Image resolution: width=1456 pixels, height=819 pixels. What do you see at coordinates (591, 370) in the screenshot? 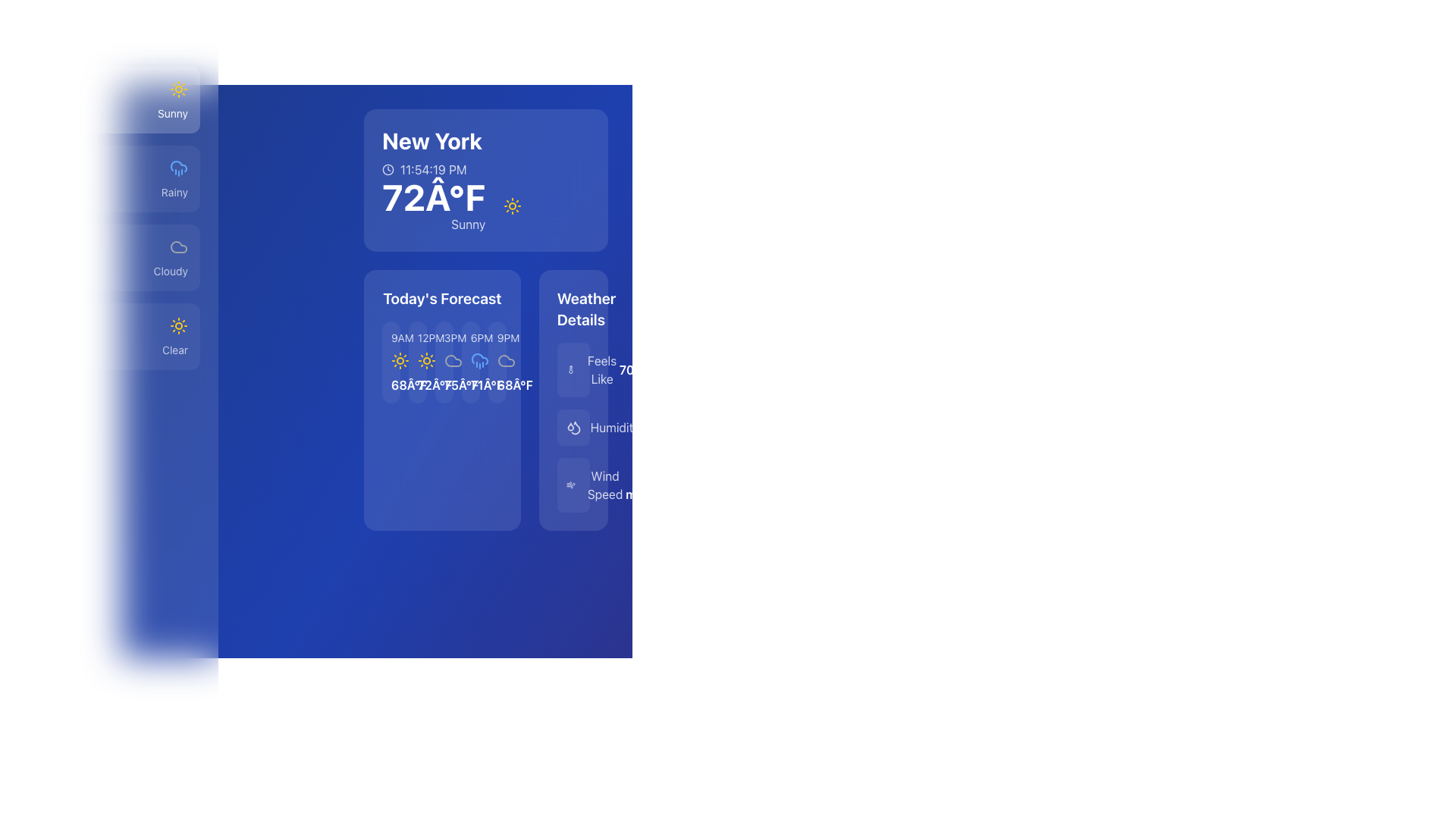
I see `the 'Feels Like' text label which is located in the top-right portion of the interface under 'Weather Details', next to a thermometer icon` at bounding box center [591, 370].